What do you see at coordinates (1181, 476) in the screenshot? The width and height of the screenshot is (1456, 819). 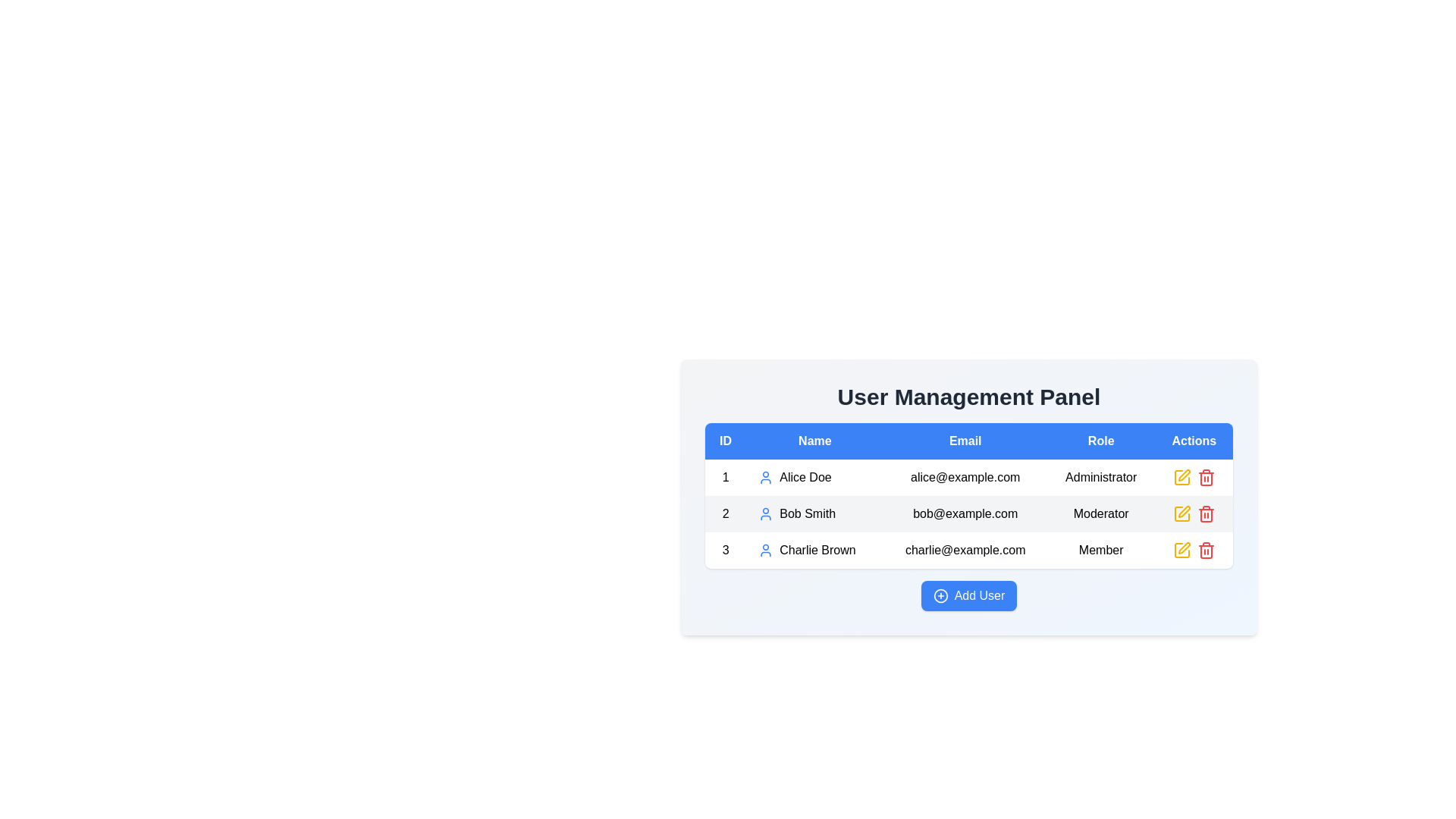 I see `the yellow pen icon in the Actions column for user 'Alice Doe'` at bounding box center [1181, 476].